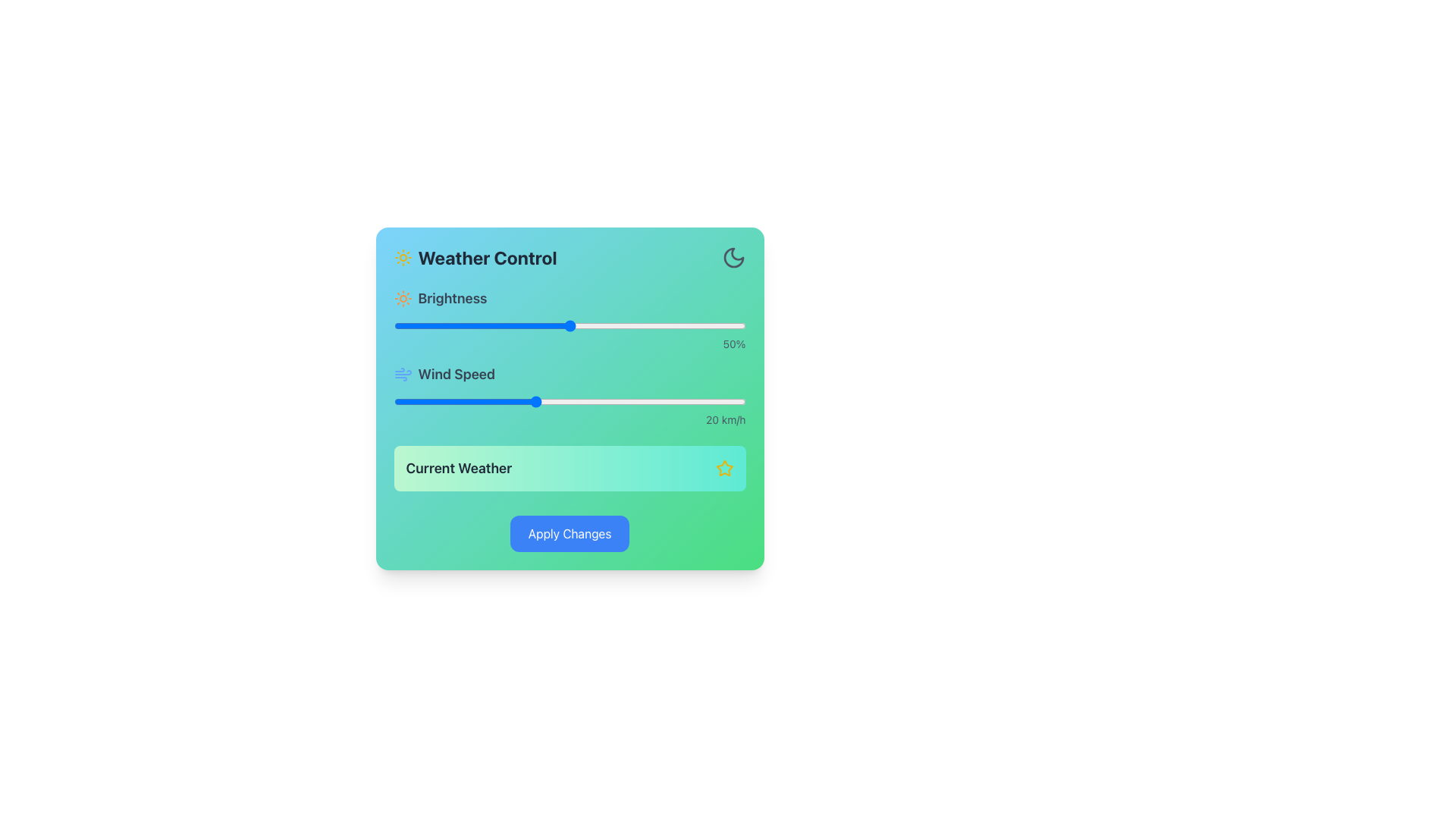 The image size is (1456, 819). What do you see at coordinates (661, 400) in the screenshot?
I see `the wind speed` at bounding box center [661, 400].